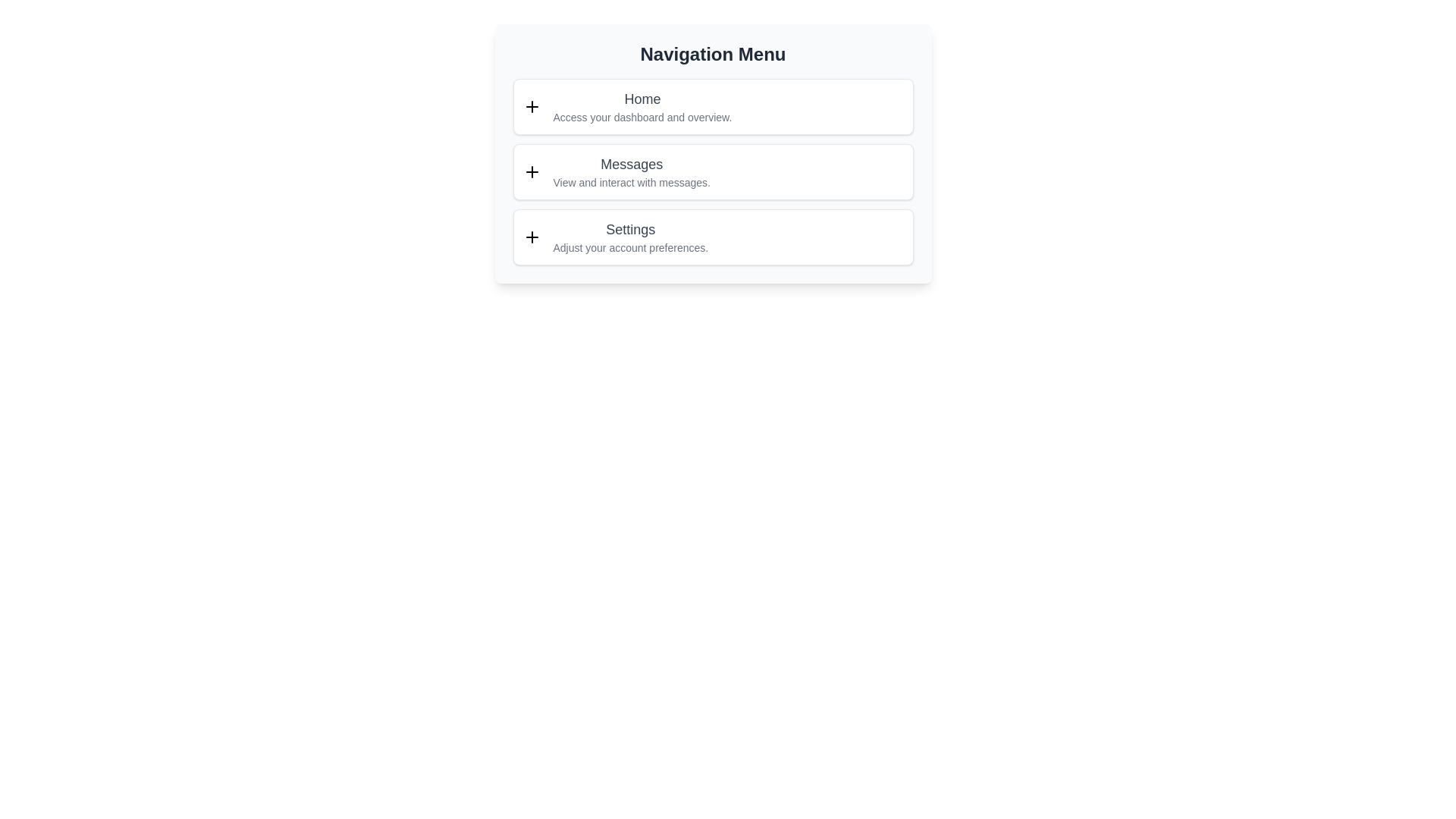 The image size is (1456, 819). What do you see at coordinates (642, 106) in the screenshot?
I see `the 'Home' text label in the navigation card, which is the first element in the vertical list within the 'Navigation Menu'` at bounding box center [642, 106].